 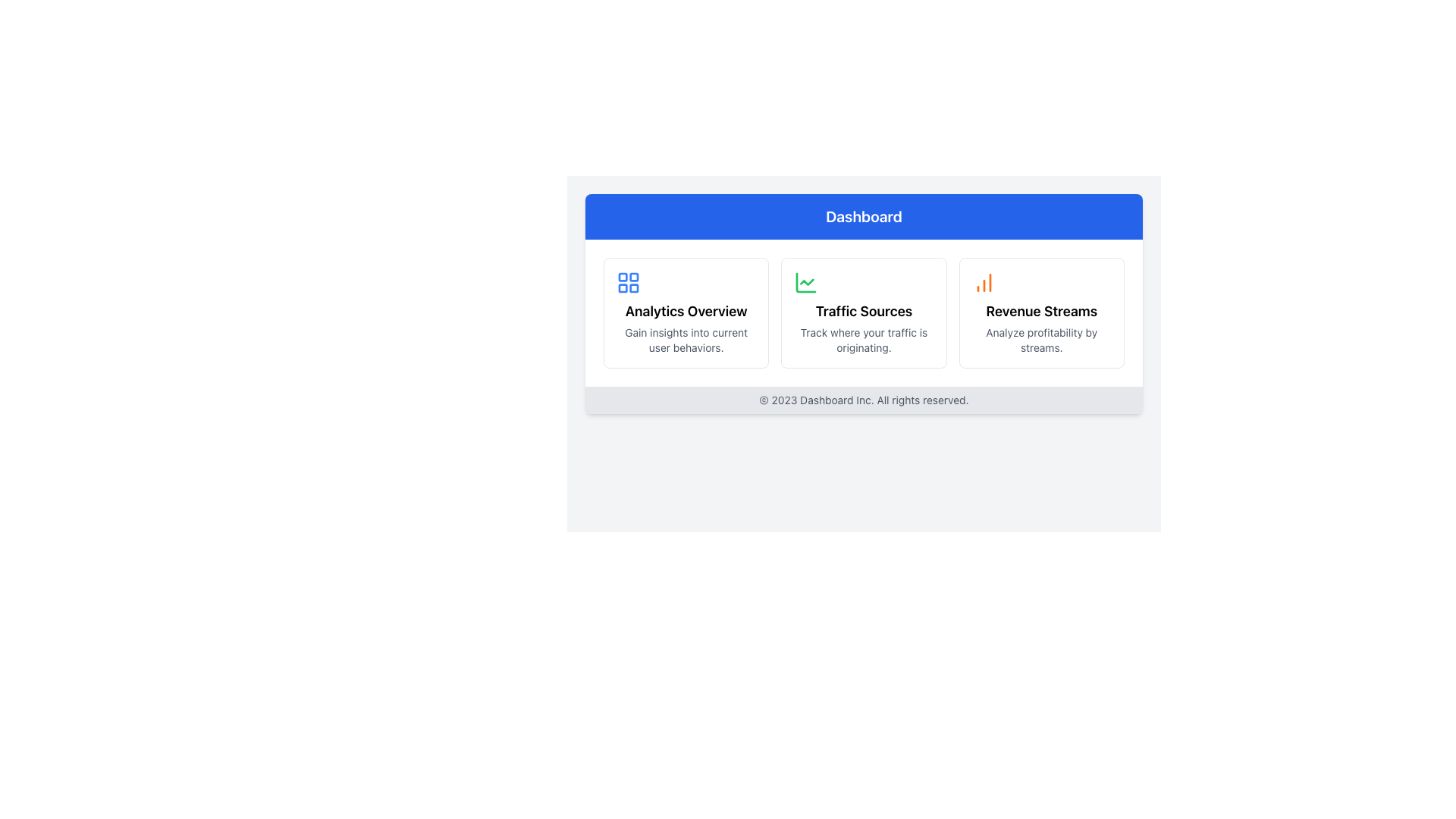 I want to click on the Banner element, which serves as the header for the section containing 'Analytics Overview', 'Traffic Sources', and 'Revenue Streams', so click(x=864, y=216).